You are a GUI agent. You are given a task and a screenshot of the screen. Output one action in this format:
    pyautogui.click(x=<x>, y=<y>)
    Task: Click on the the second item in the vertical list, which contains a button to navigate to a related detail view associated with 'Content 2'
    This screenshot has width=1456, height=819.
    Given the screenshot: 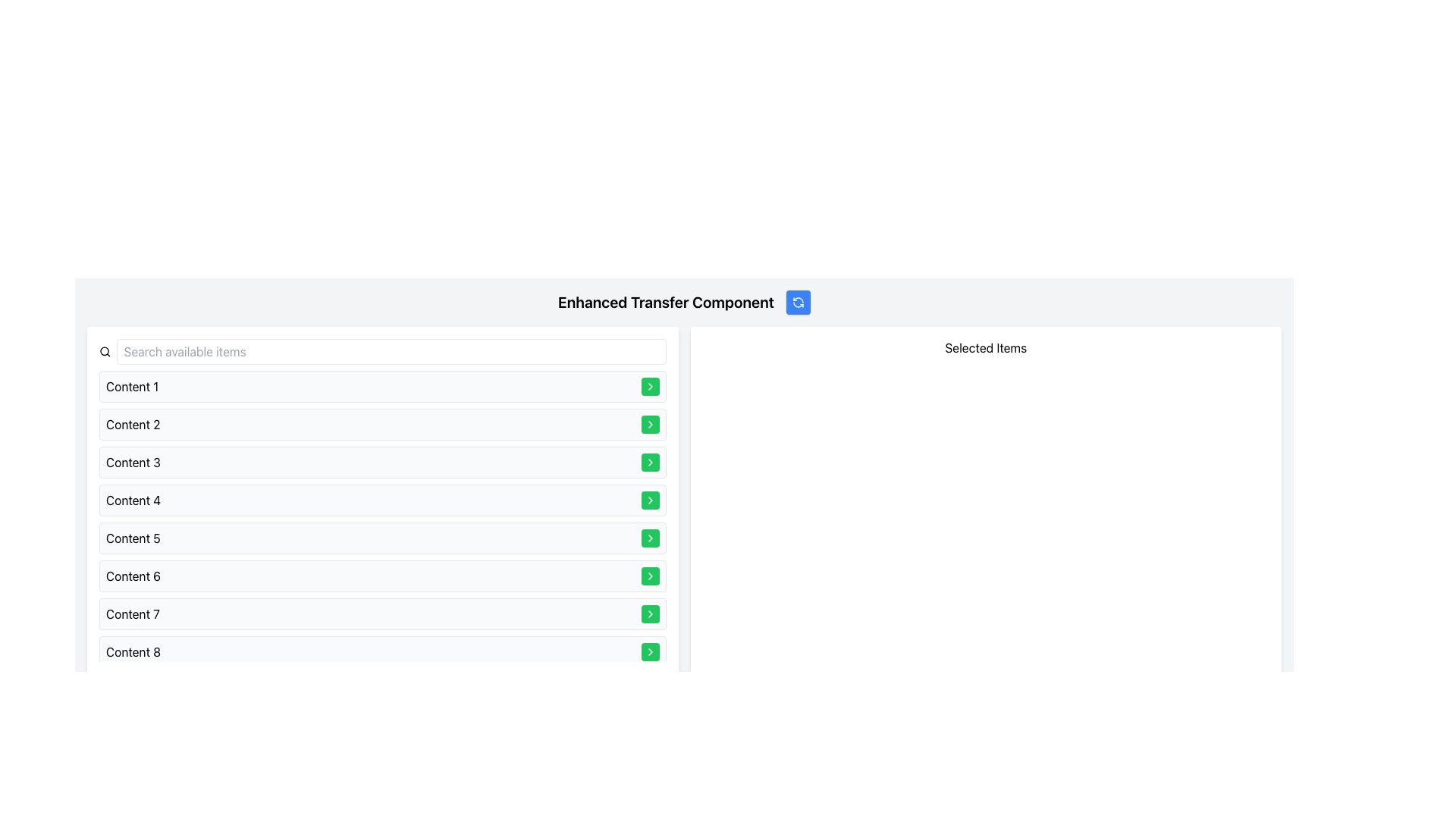 What is the action you would take?
    pyautogui.click(x=382, y=424)
    